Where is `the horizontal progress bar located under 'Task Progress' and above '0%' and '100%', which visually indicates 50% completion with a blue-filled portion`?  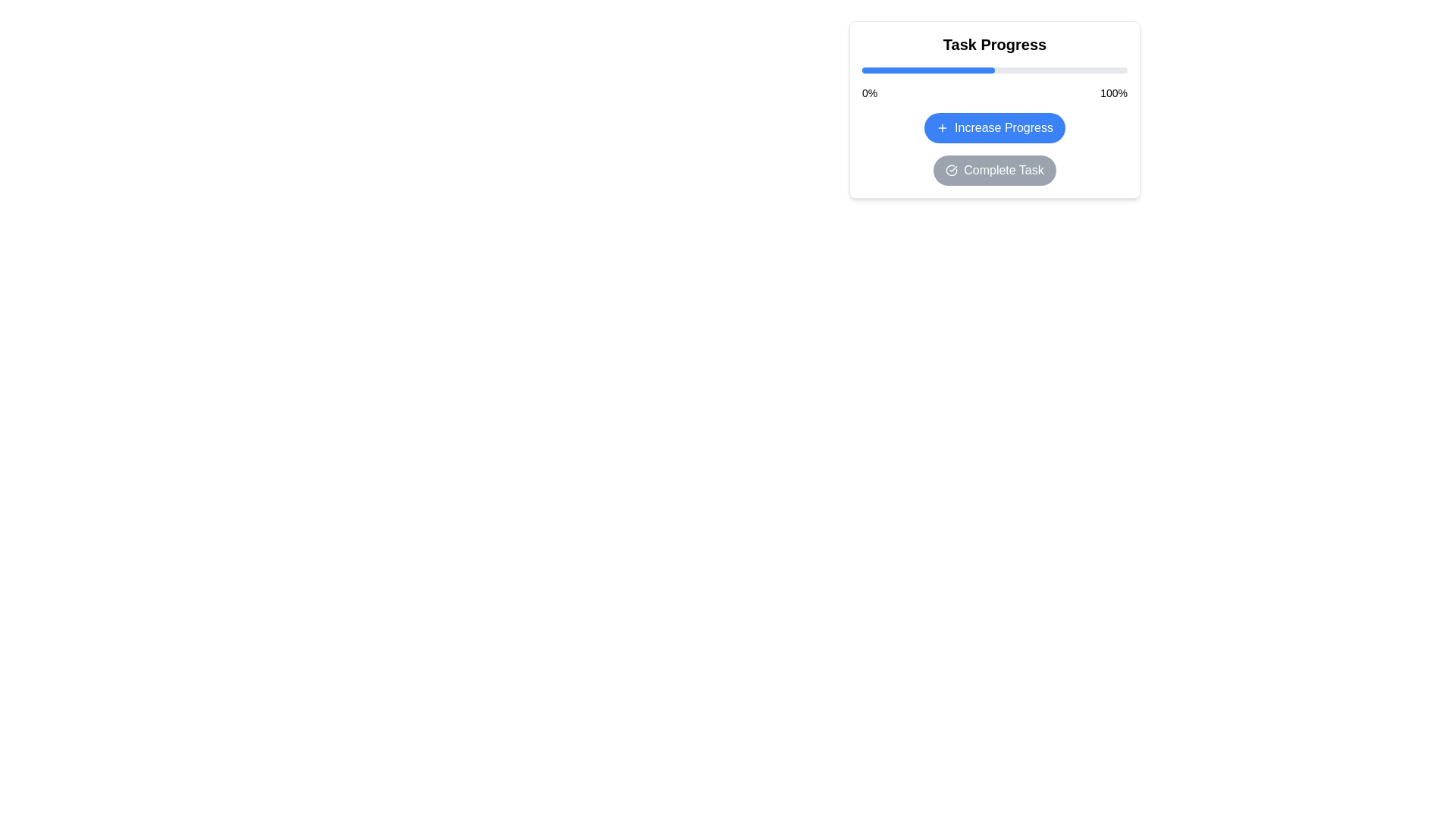
the horizontal progress bar located under 'Task Progress' and above '0%' and '100%', which visually indicates 50% completion with a blue-filled portion is located at coordinates (994, 70).